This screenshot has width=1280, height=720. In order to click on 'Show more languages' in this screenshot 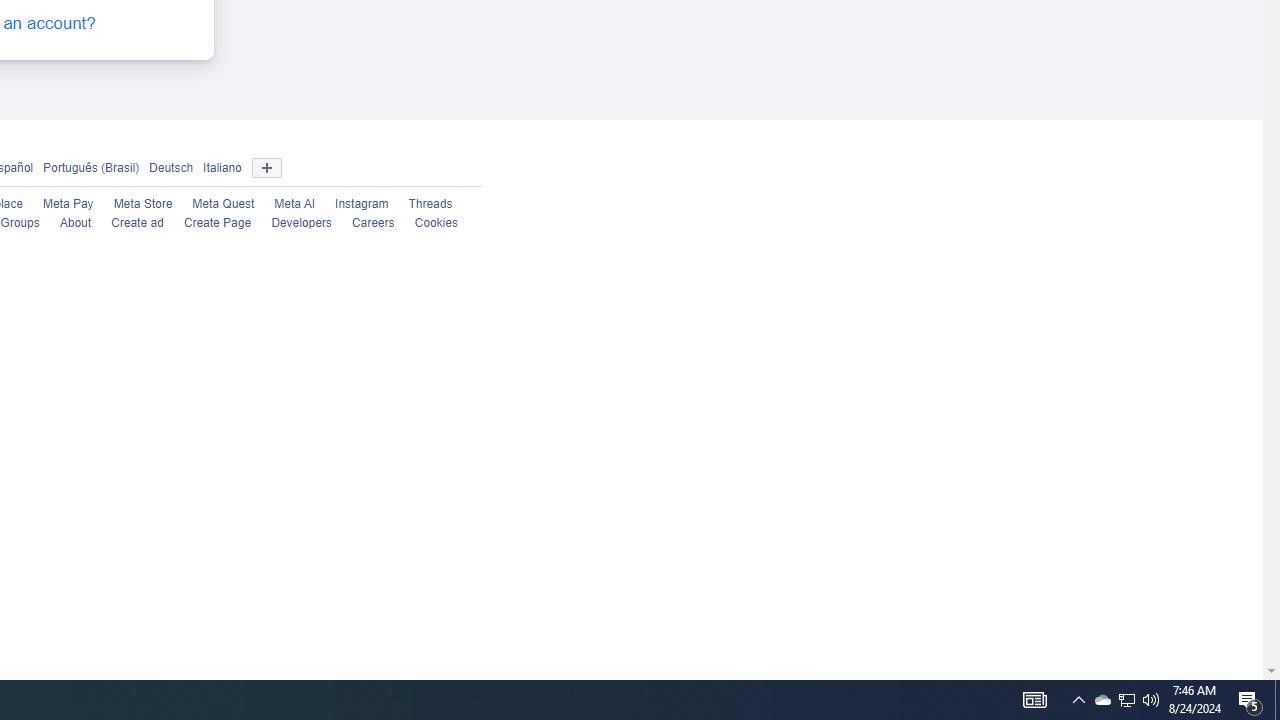, I will do `click(265, 167)`.